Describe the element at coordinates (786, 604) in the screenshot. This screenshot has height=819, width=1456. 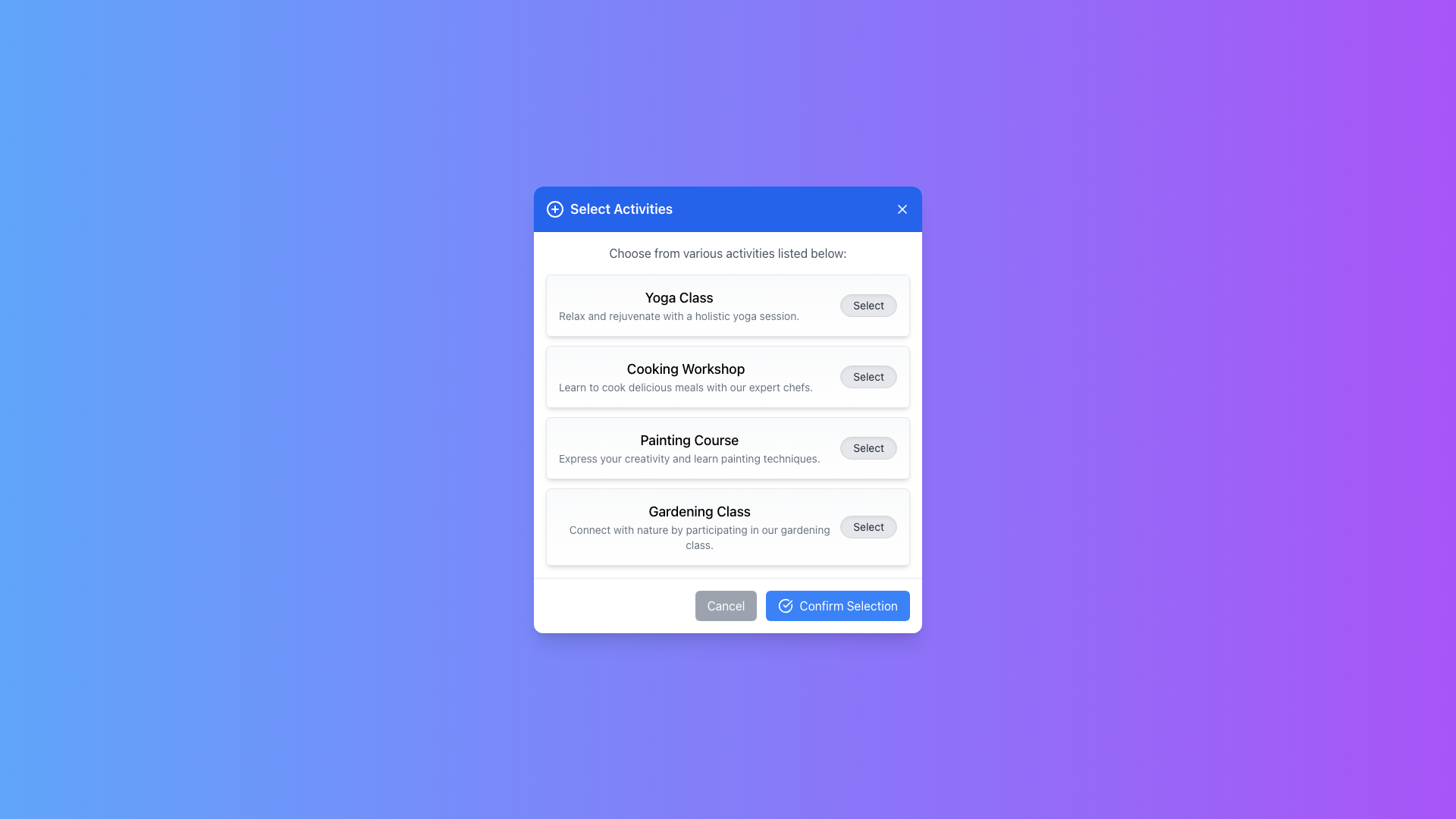
I see `the graphical icon of a circle with a checkmark, which is located to the left of the text 'Confirm Selection' within the button` at that location.